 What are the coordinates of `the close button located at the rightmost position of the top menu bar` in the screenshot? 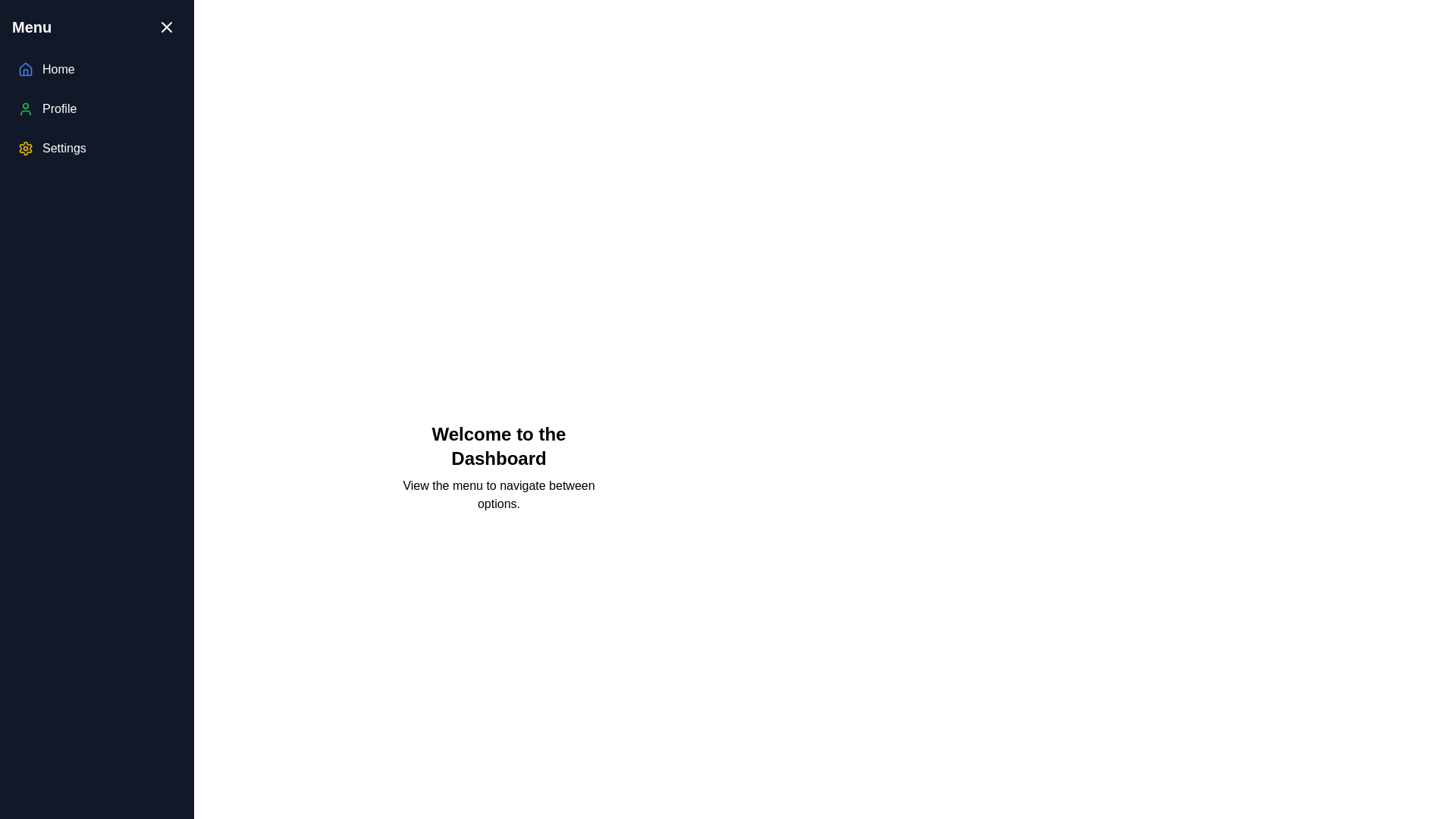 It's located at (167, 27).